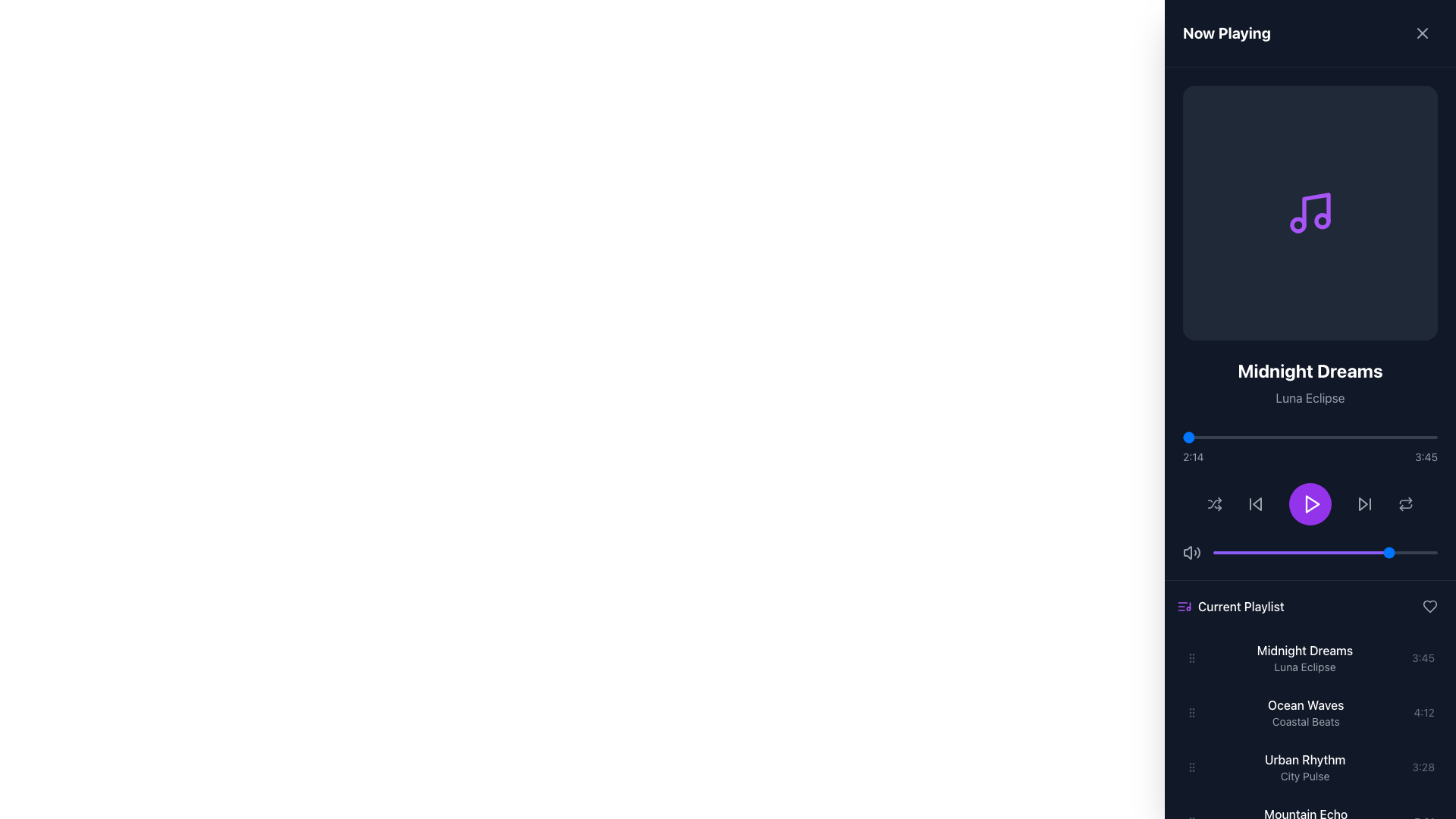 The width and height of the screenshot is (1456, 819). What do you see at coordinates (1422, 657) in the screenshot?
I see `the text label displaying '3:45' which is styled in gray and located to the right of 'Midnight Dreams' and 'Luna Eclipse' within the playlist entry` at bounding box center [1422, 657].